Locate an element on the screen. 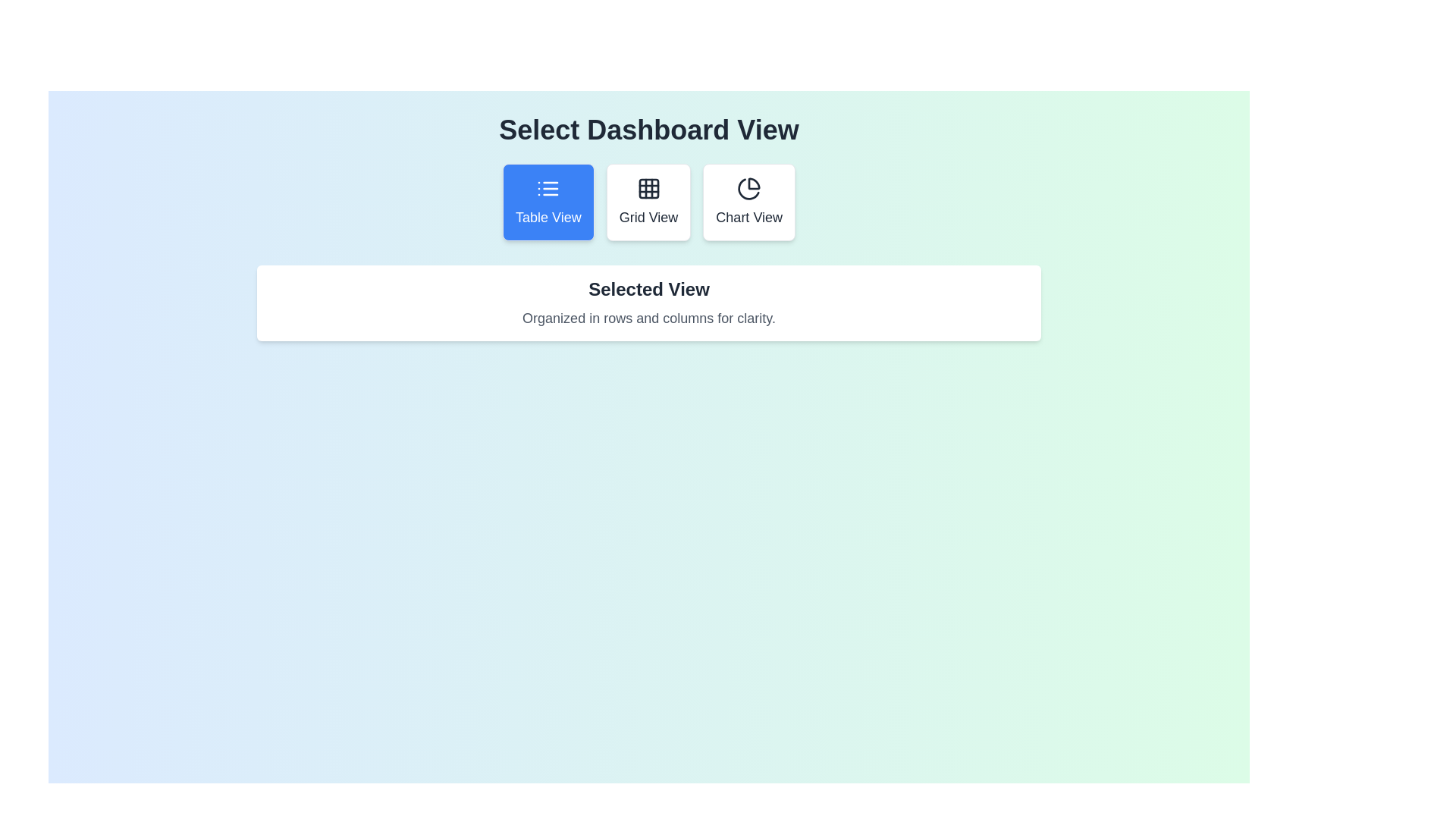 This screenshot has width=1456, height=819. the Table View button to see its hover effect is located at coordinates (548, 201).